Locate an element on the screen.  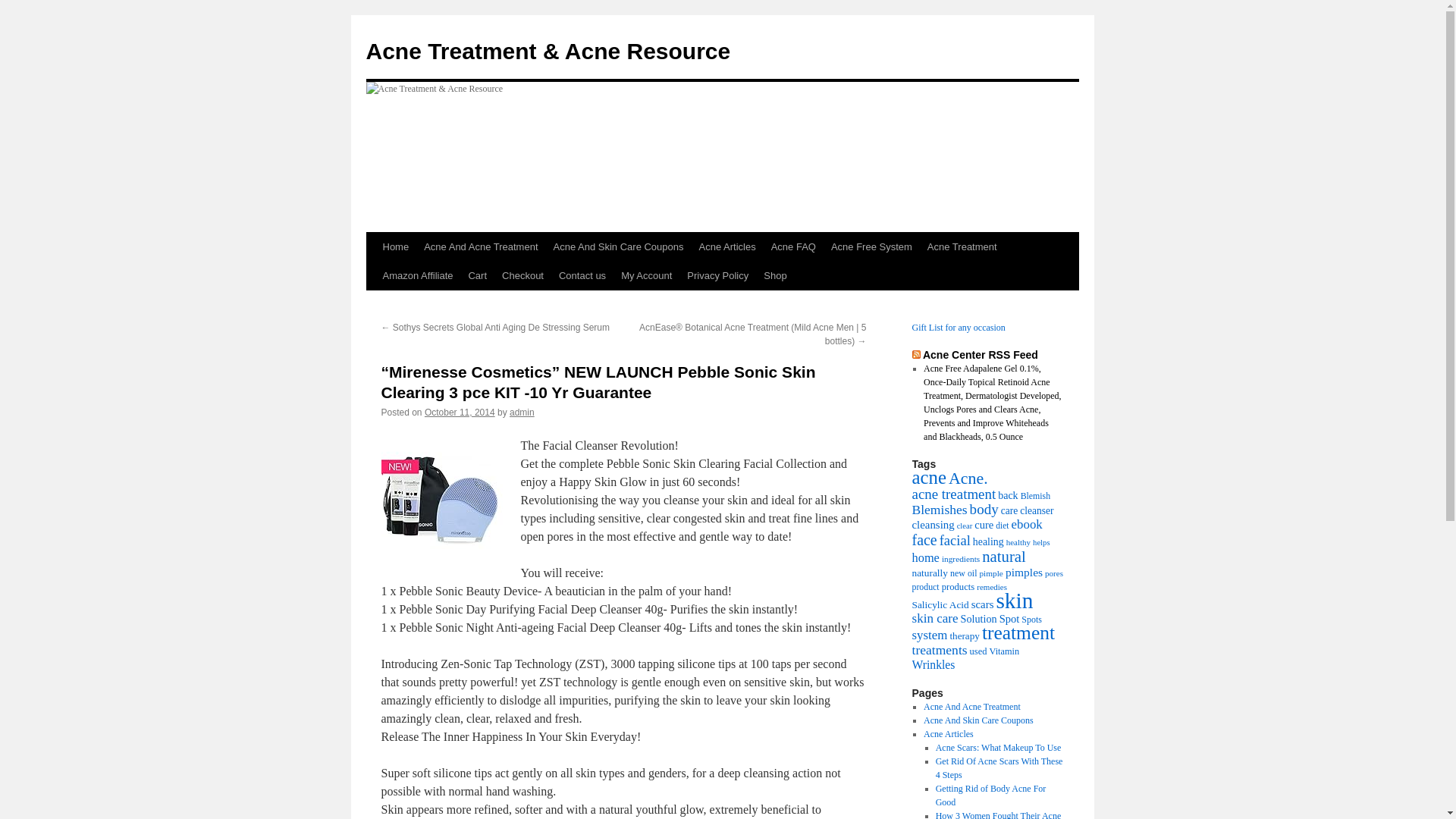
'Blemishes' is located at coordinates (938, 509).